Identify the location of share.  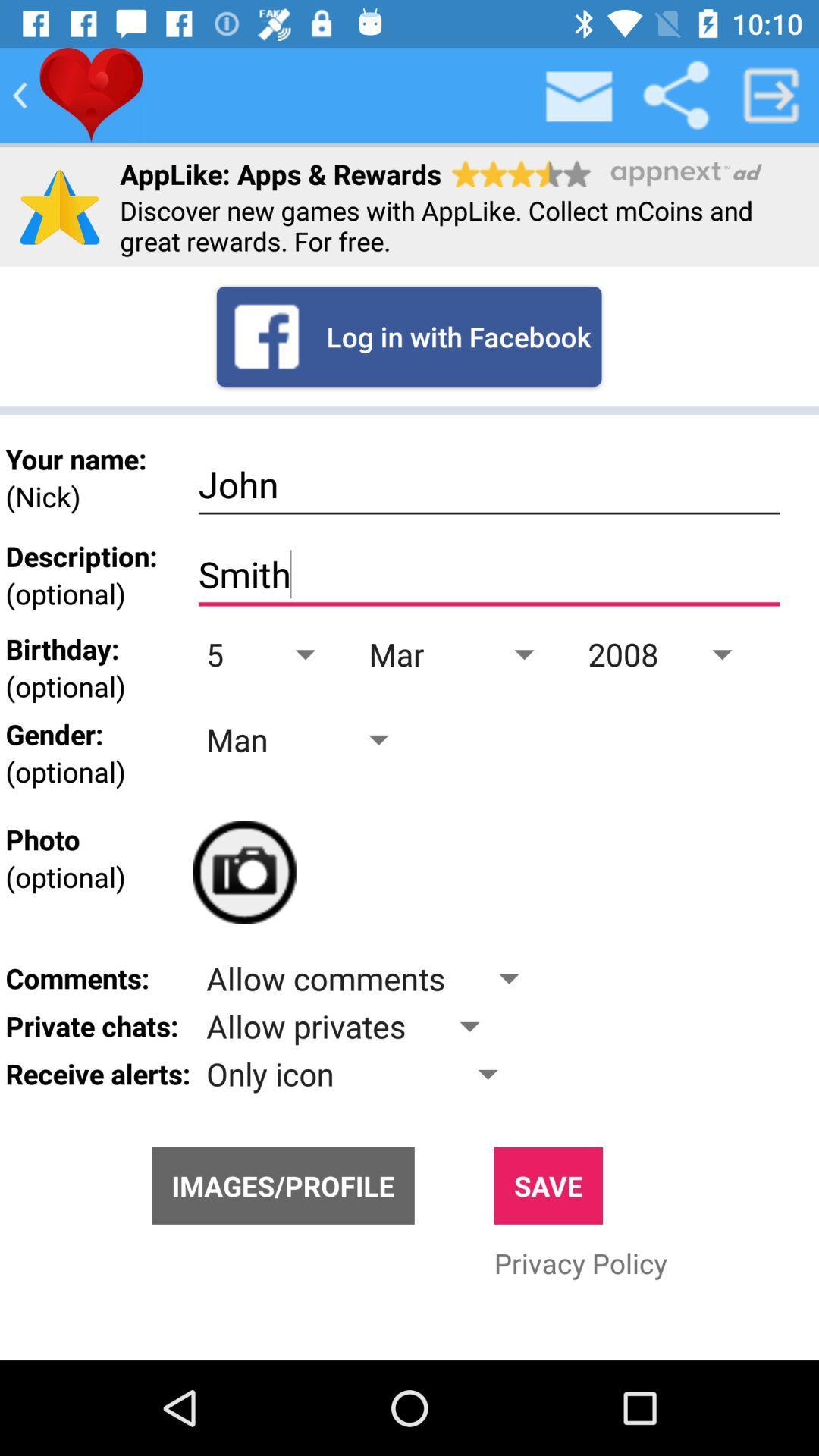
(675, 94).